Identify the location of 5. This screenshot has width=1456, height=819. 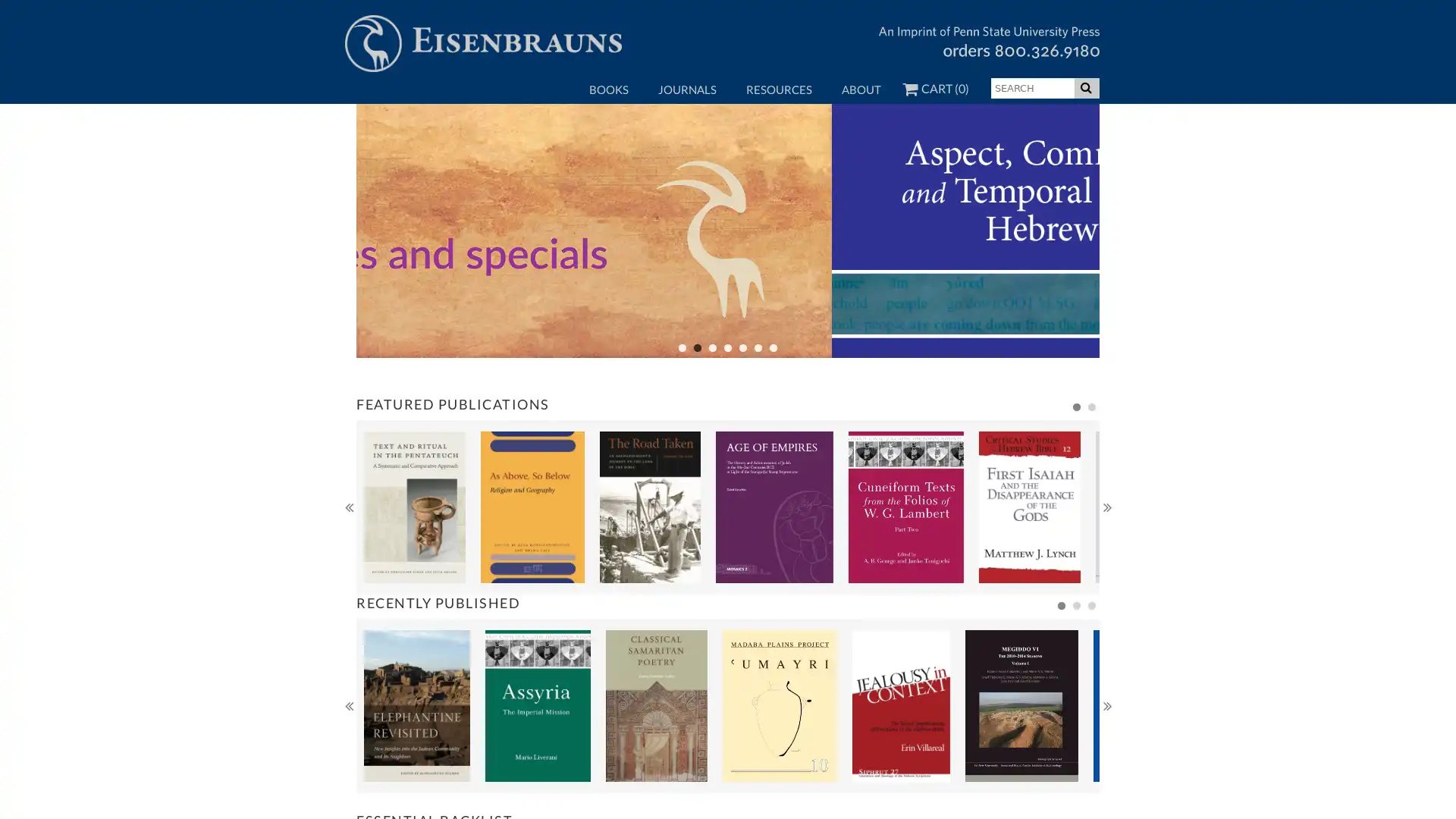
(742, 405).